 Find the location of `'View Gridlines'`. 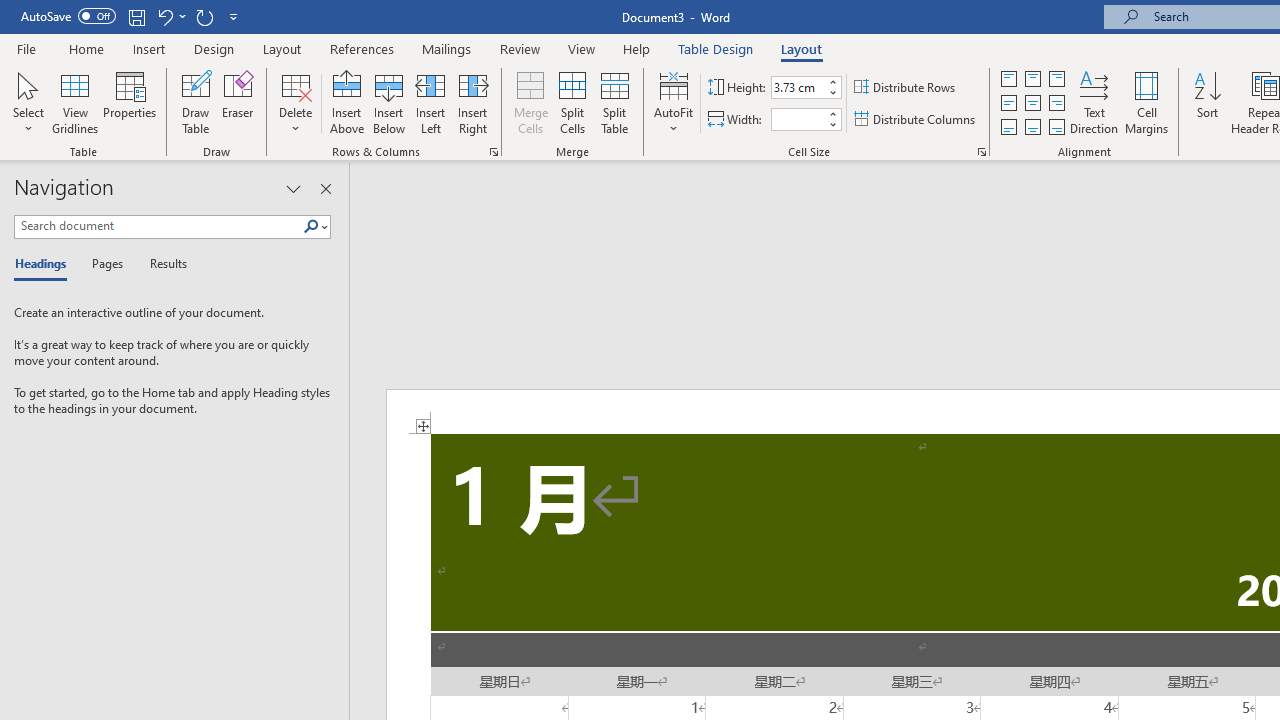

'View Gridlines' is located at coordinates (75, 103).